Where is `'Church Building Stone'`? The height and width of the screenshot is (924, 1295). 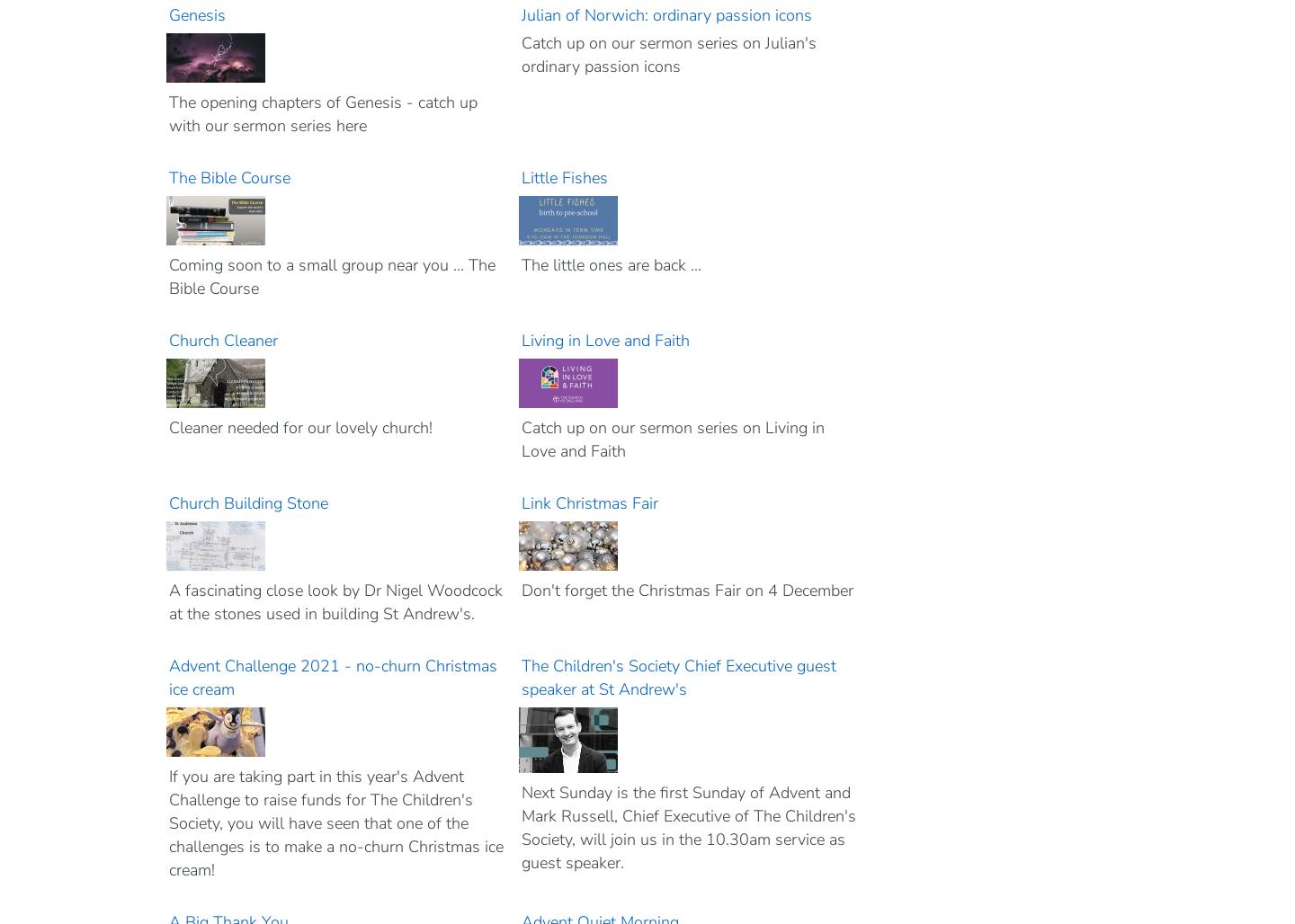
'Church Building Stone' is located at coordinates (249, 502).